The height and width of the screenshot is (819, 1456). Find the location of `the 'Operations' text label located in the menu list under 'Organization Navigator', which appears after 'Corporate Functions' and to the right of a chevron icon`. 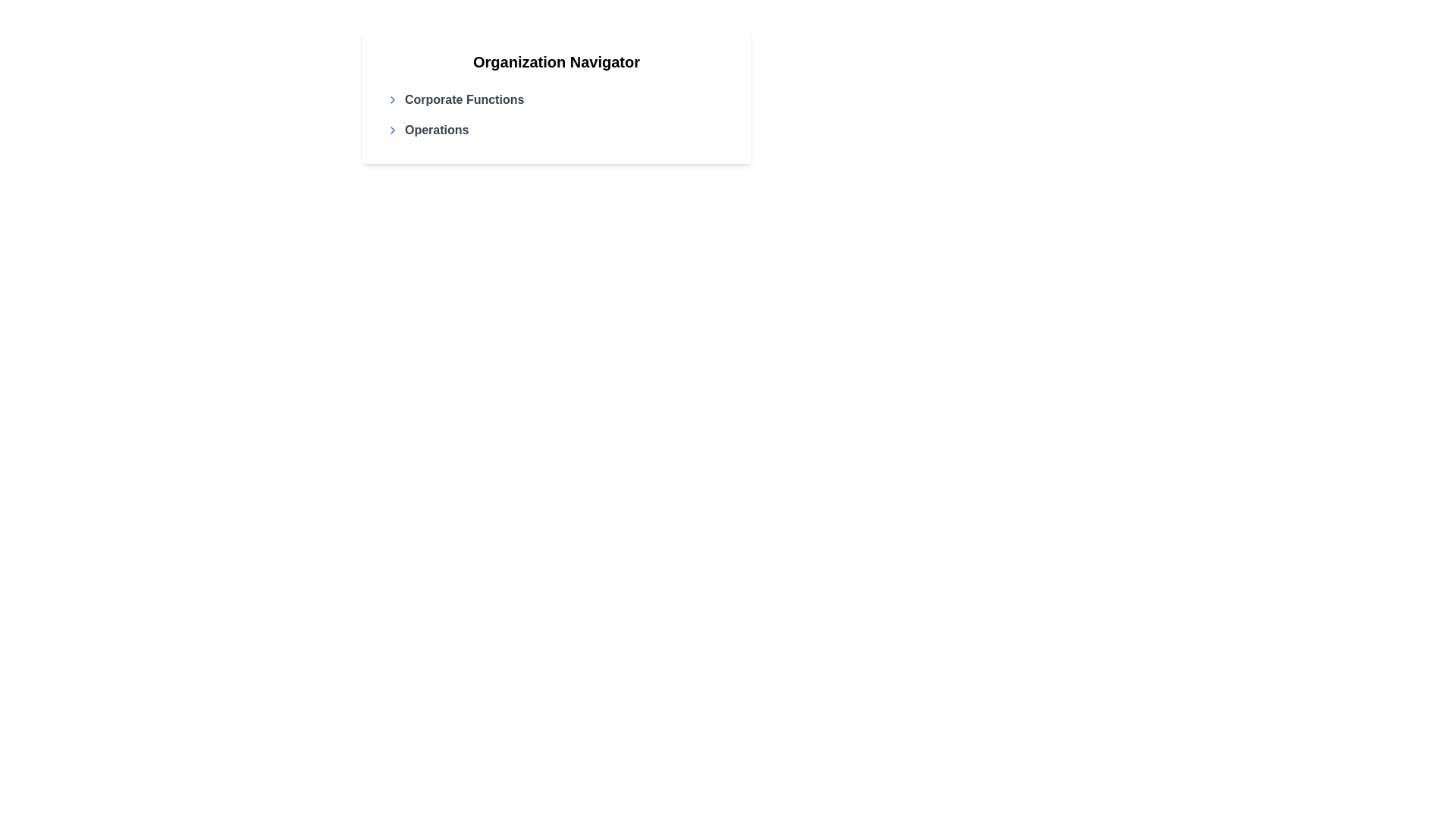

the 'Operations' text label located in the menu list under 'Organization Navigator', which appears after 'Corporate Functions' and to the right of a chevron icon is located at coordinates (436, 130).